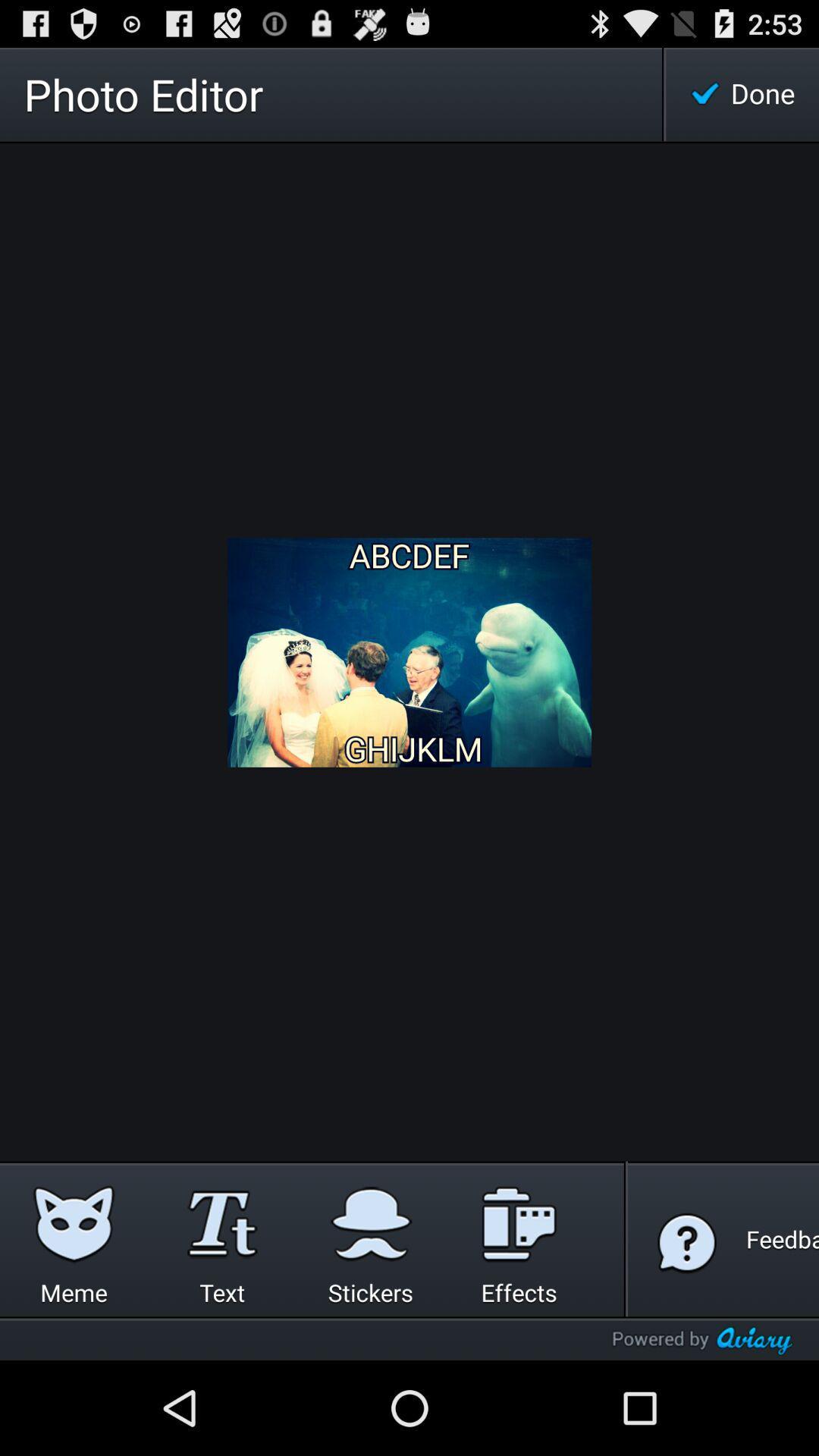 This screenshot has height=1456, width=819. Describe the element at coordinates (742, 93) in the screenshot. I see `done icon` at that location.